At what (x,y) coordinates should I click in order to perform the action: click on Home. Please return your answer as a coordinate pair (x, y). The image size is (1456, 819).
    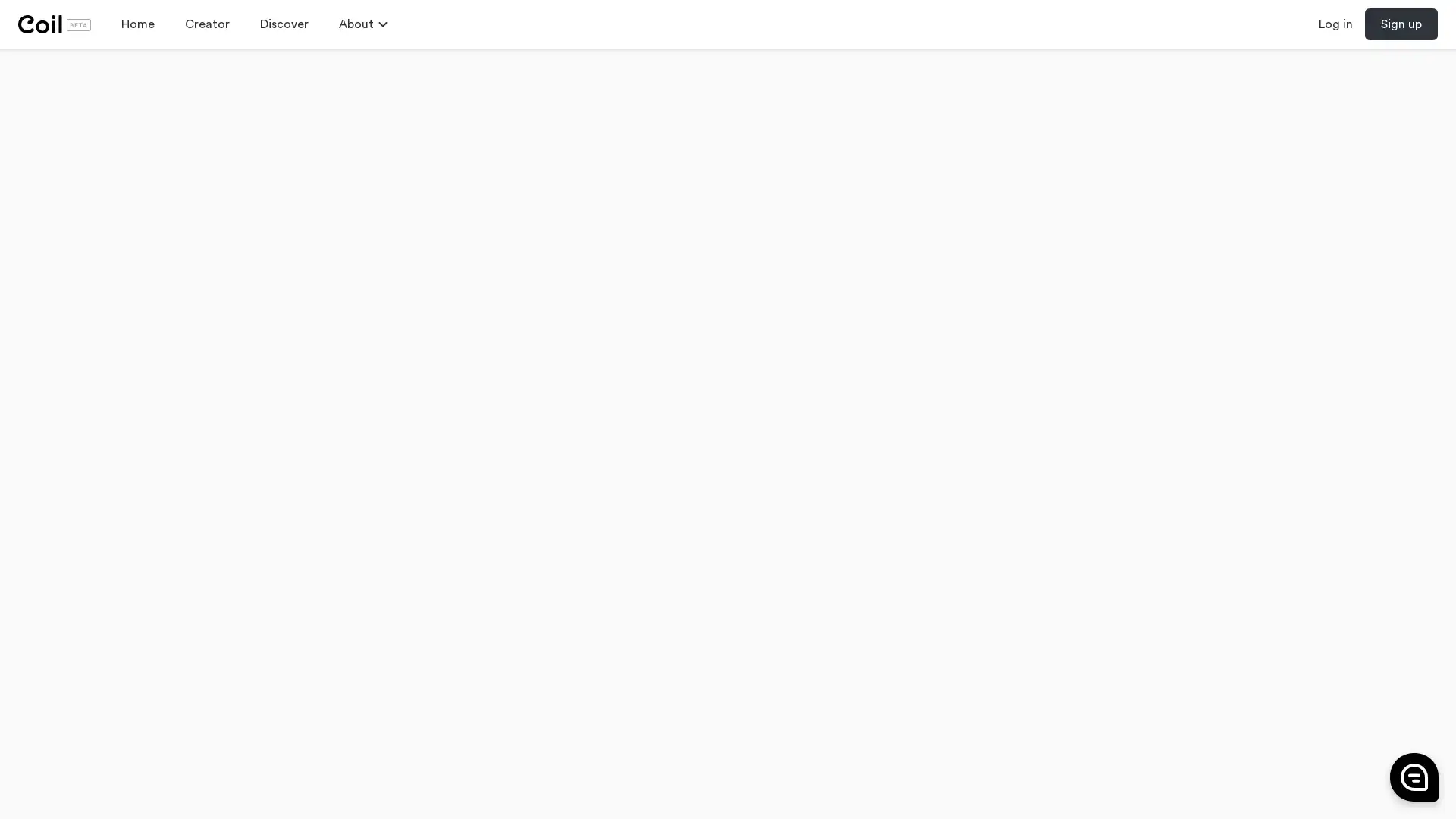
    Looking at the image, I should click on (138, 24).